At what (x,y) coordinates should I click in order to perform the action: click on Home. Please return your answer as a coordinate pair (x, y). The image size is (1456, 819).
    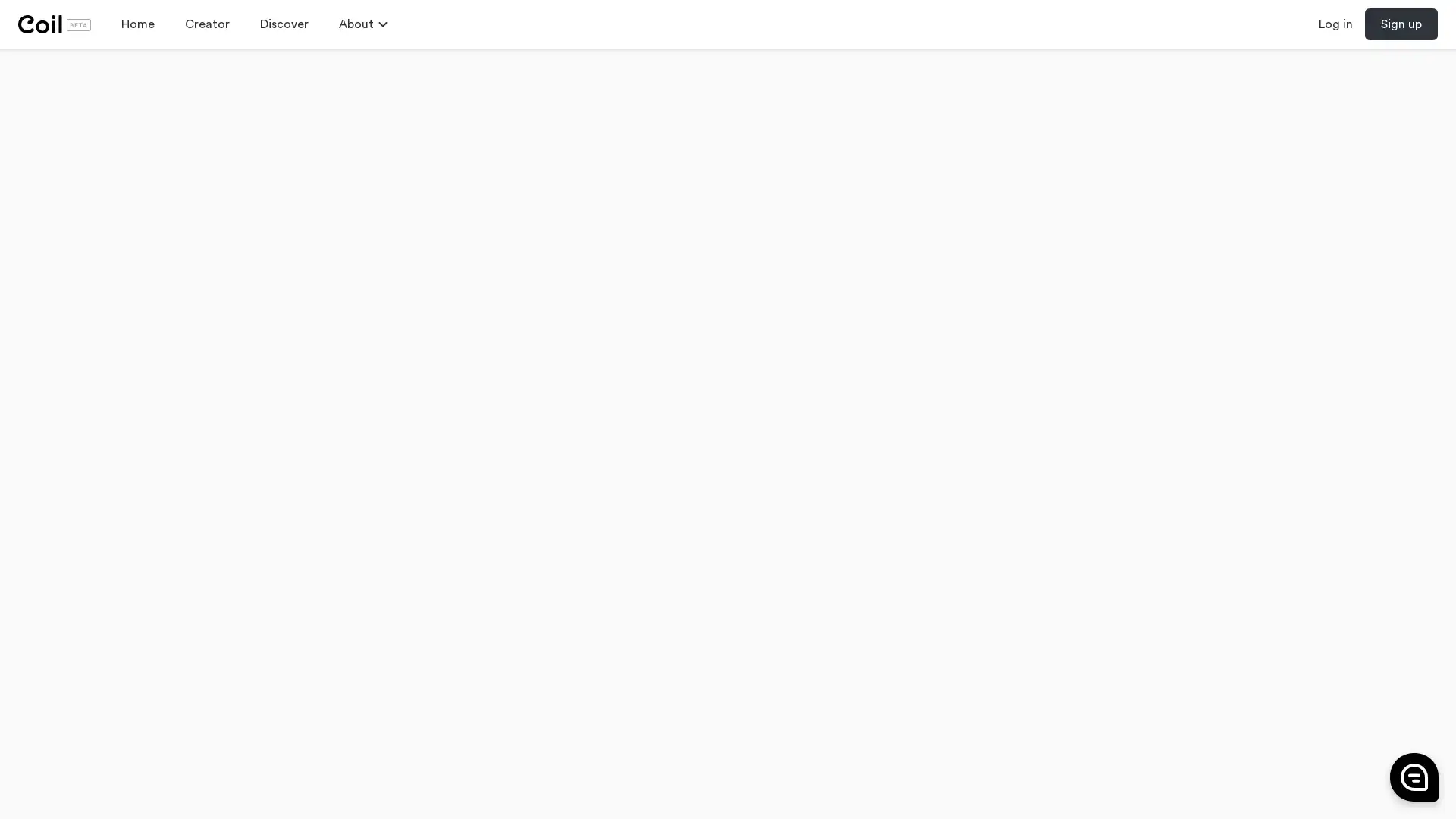
    Looking at the image, I should click on (138, 24).